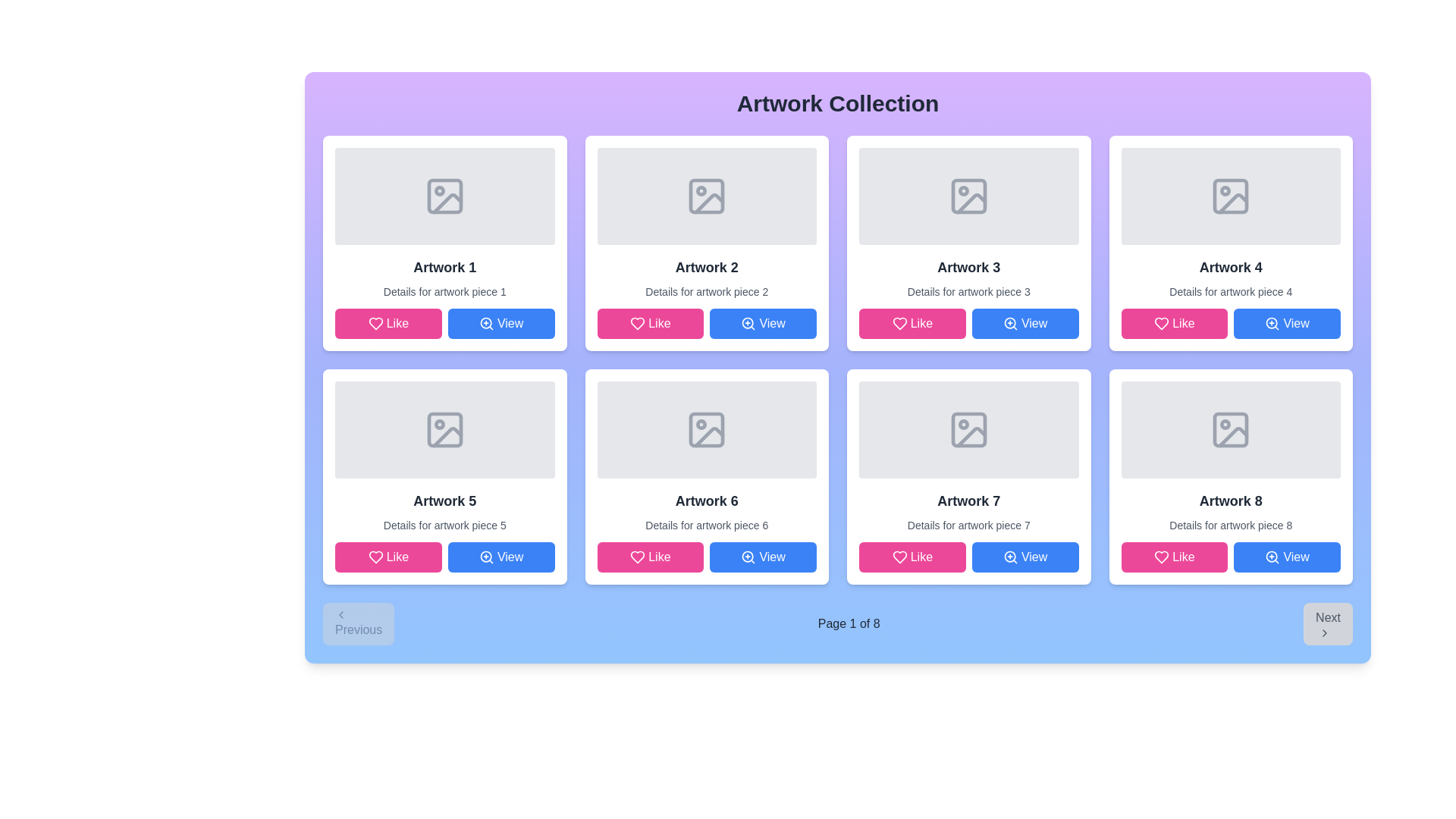 This screenshot has width=1456, height=819. What do you see at coordinates (638, 557) in the screenshot?
I see `the heart icon button located in the sixth artwork card, positioned to the left of the 'View' button, to like this artwork` at bounding box center [638, 557].